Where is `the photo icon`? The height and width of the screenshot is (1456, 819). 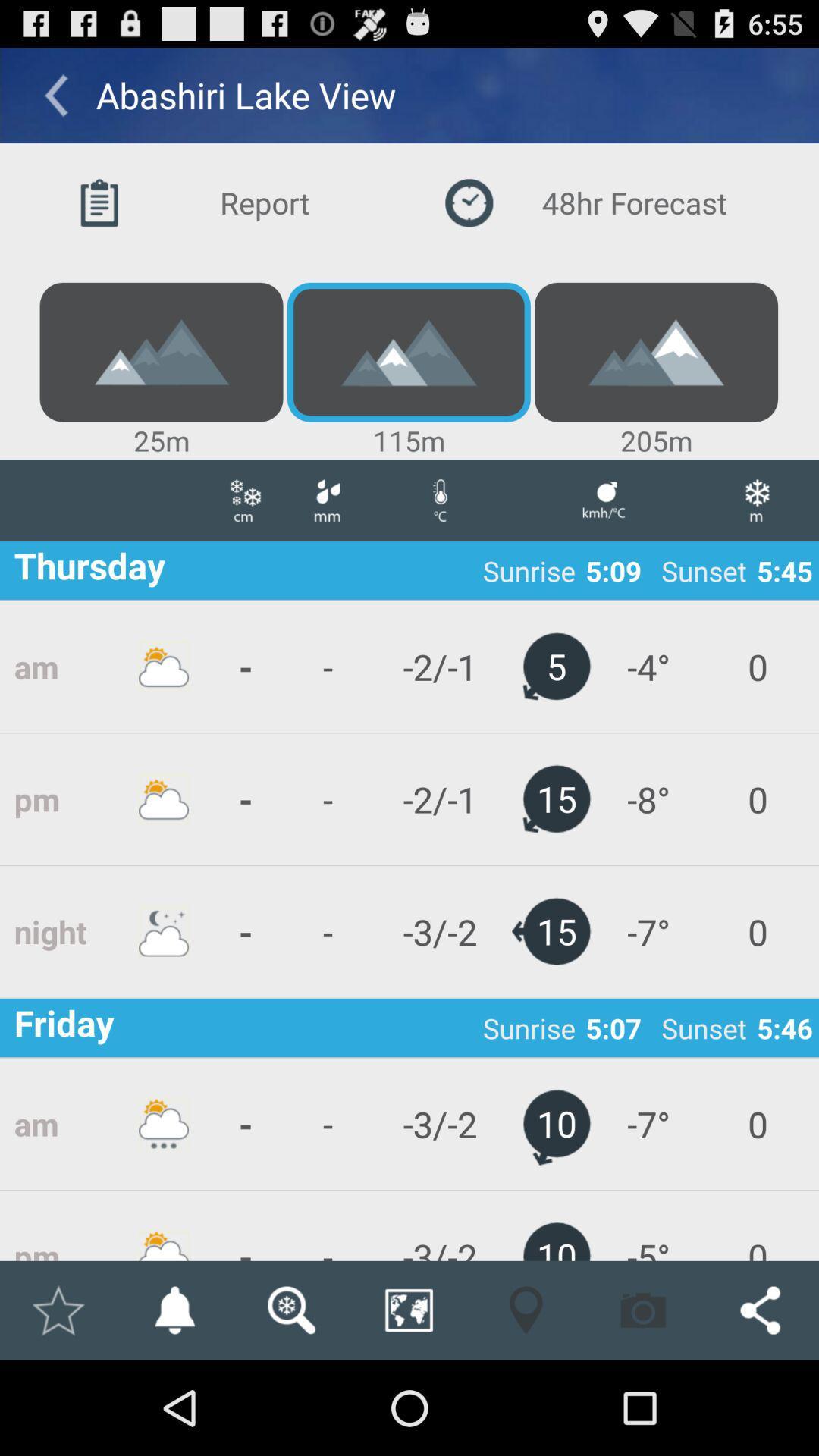
the photo icon is located at coordinates (643, 1401).